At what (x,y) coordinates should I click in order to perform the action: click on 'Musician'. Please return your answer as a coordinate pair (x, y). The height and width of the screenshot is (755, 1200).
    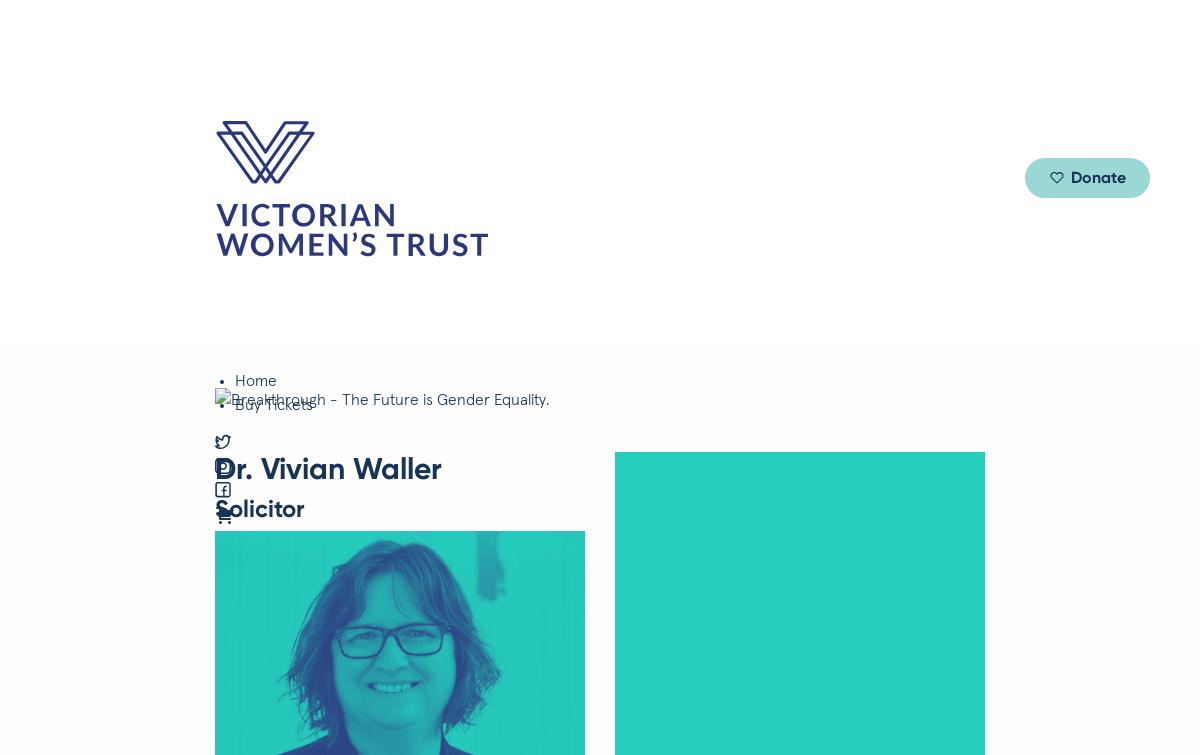
    Looking at the image, I should click on (300, 389).